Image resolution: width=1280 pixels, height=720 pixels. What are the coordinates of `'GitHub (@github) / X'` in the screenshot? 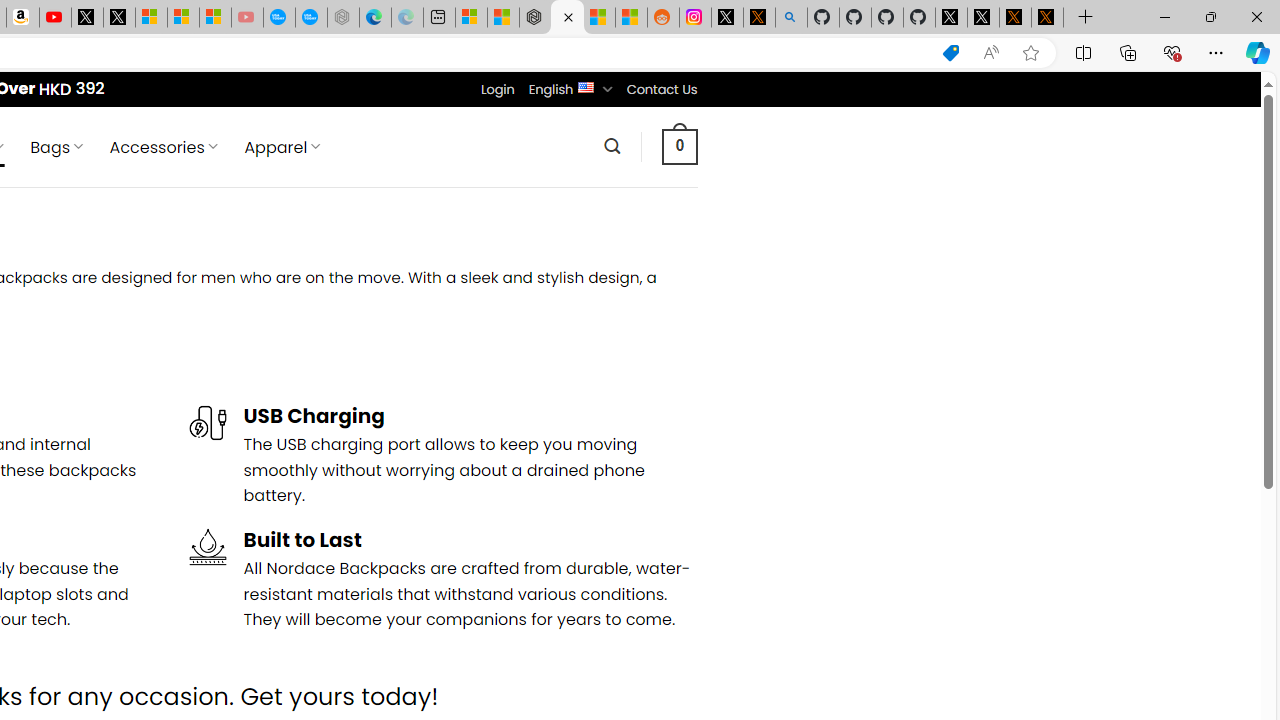 It's located at (983, 17).